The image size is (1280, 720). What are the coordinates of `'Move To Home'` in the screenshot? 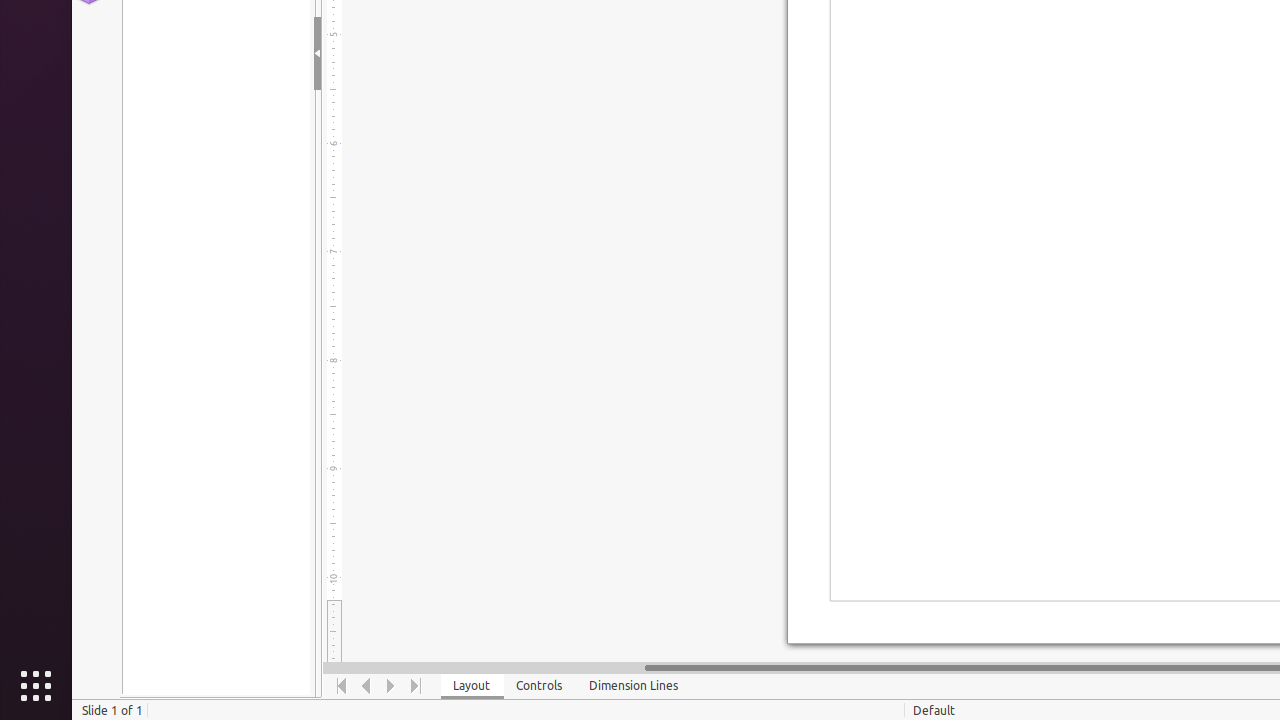 It's located at (341, 685).